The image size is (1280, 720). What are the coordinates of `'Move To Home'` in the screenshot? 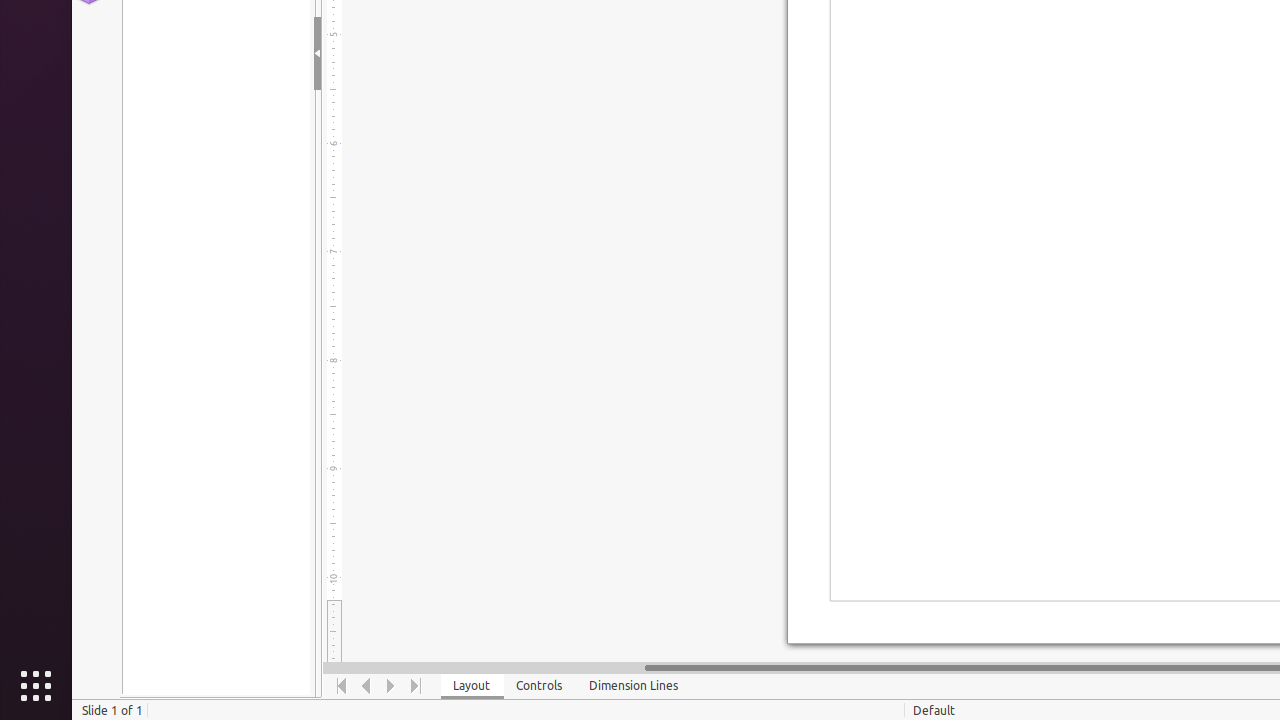 It's located at (341, 685).